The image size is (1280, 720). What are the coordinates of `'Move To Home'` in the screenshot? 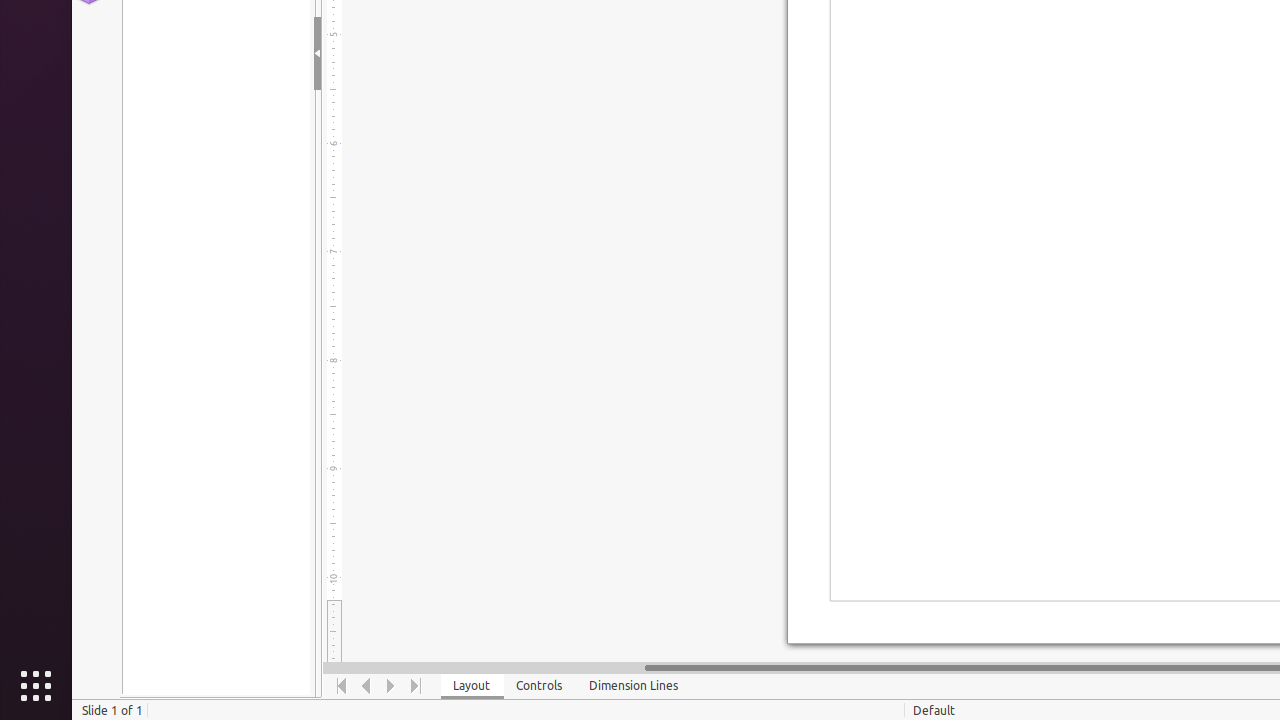 It's located at (341, 685).